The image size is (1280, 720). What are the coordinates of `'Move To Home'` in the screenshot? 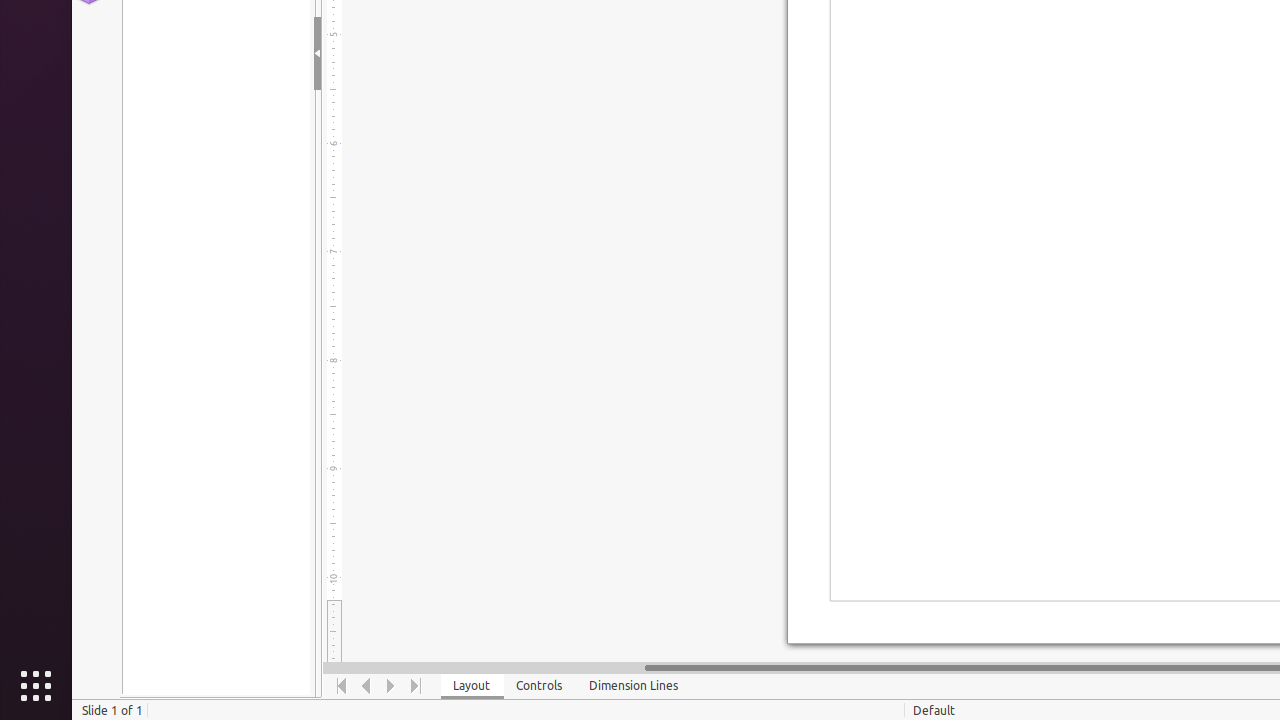 It's located at (341, 685).